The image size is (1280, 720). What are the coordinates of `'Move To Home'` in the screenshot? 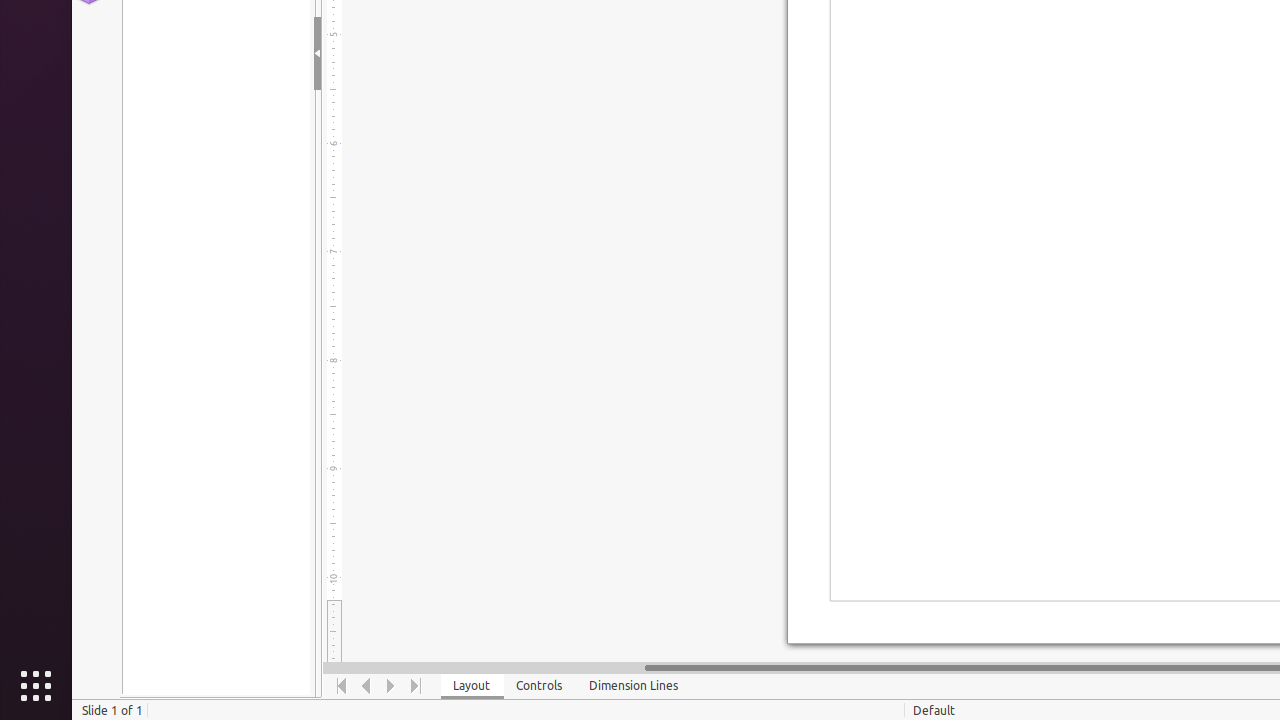 It's located at (341, 685).